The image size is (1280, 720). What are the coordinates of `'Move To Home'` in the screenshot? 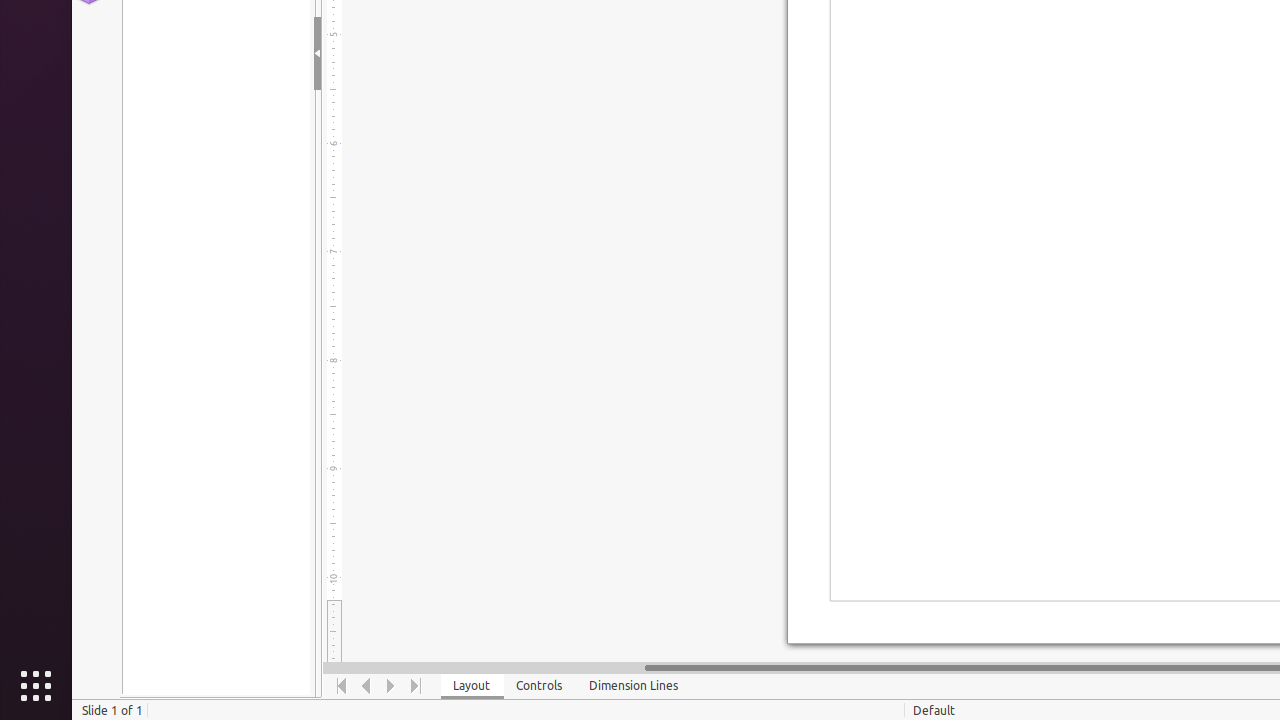 It's located at (341, 685).